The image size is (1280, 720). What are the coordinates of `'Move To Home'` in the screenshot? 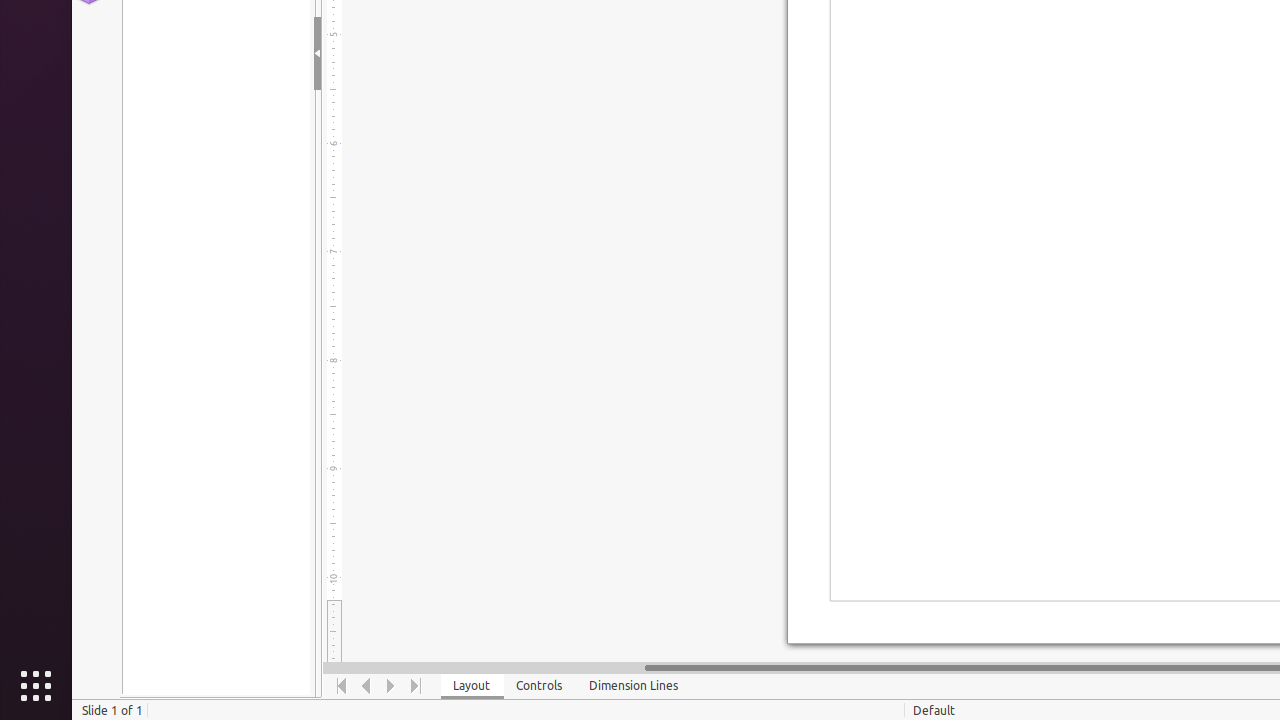 It's located at (341, 685).